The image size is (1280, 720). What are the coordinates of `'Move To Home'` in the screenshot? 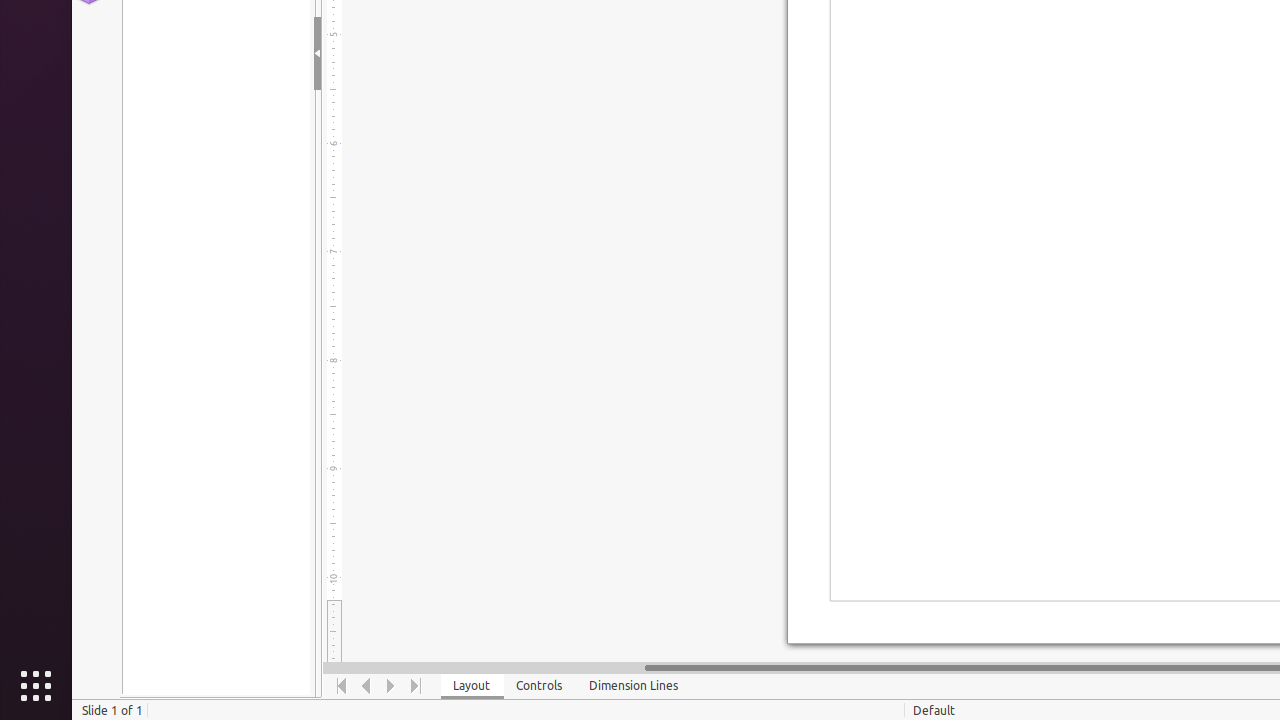 It's located at (341, 685).